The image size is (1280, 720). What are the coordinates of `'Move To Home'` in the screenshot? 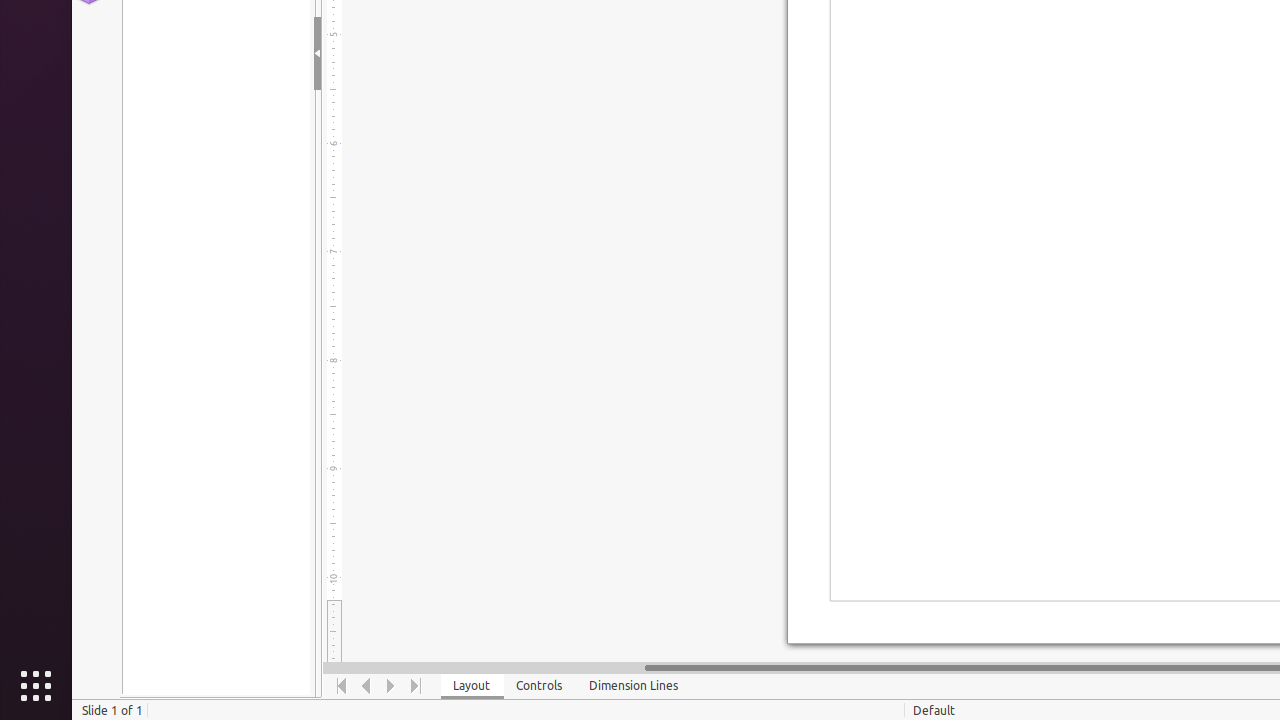 It's located at (341, 685).